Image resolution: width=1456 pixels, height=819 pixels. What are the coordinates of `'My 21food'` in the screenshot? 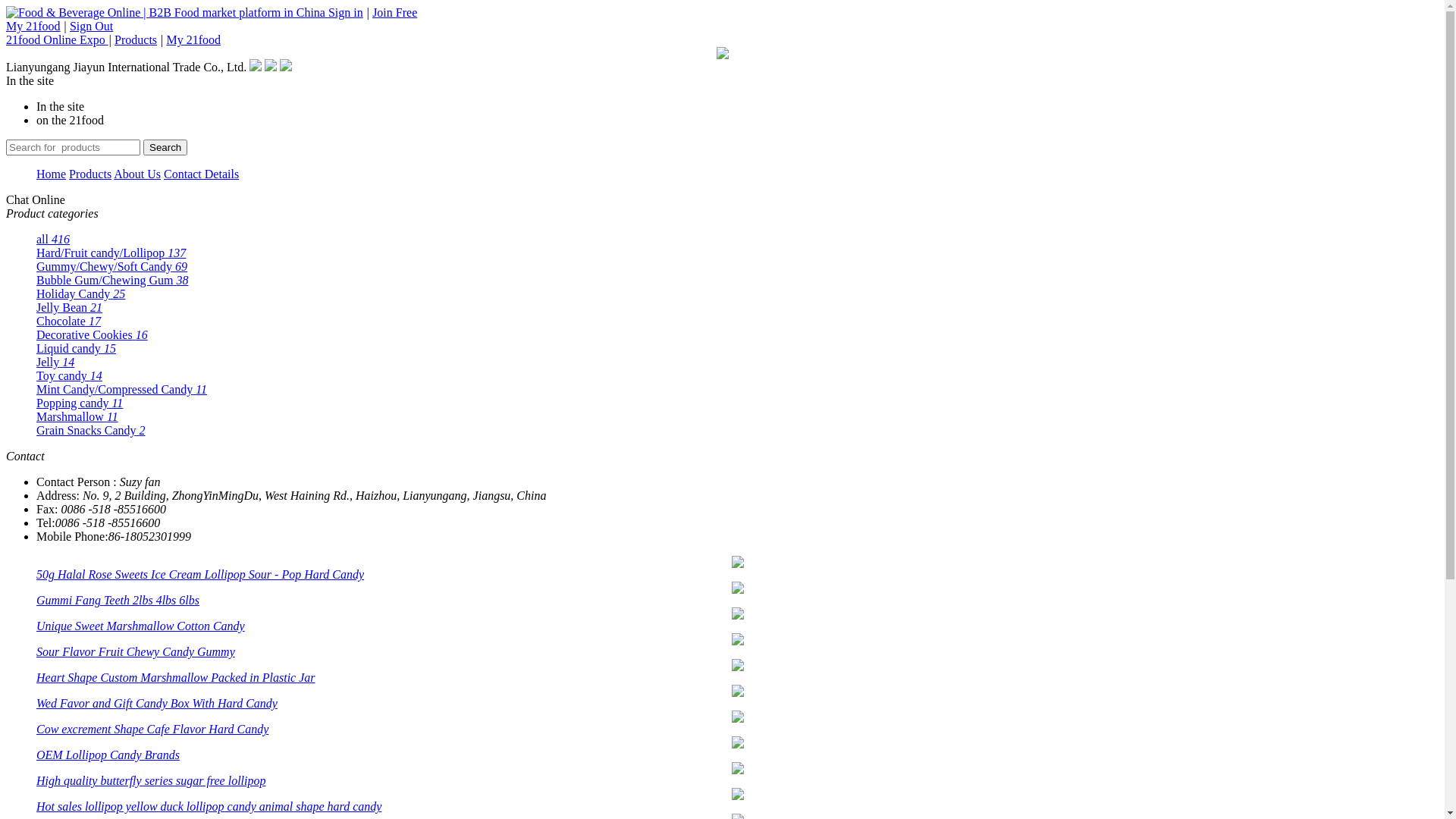 It's located at (6, 26).